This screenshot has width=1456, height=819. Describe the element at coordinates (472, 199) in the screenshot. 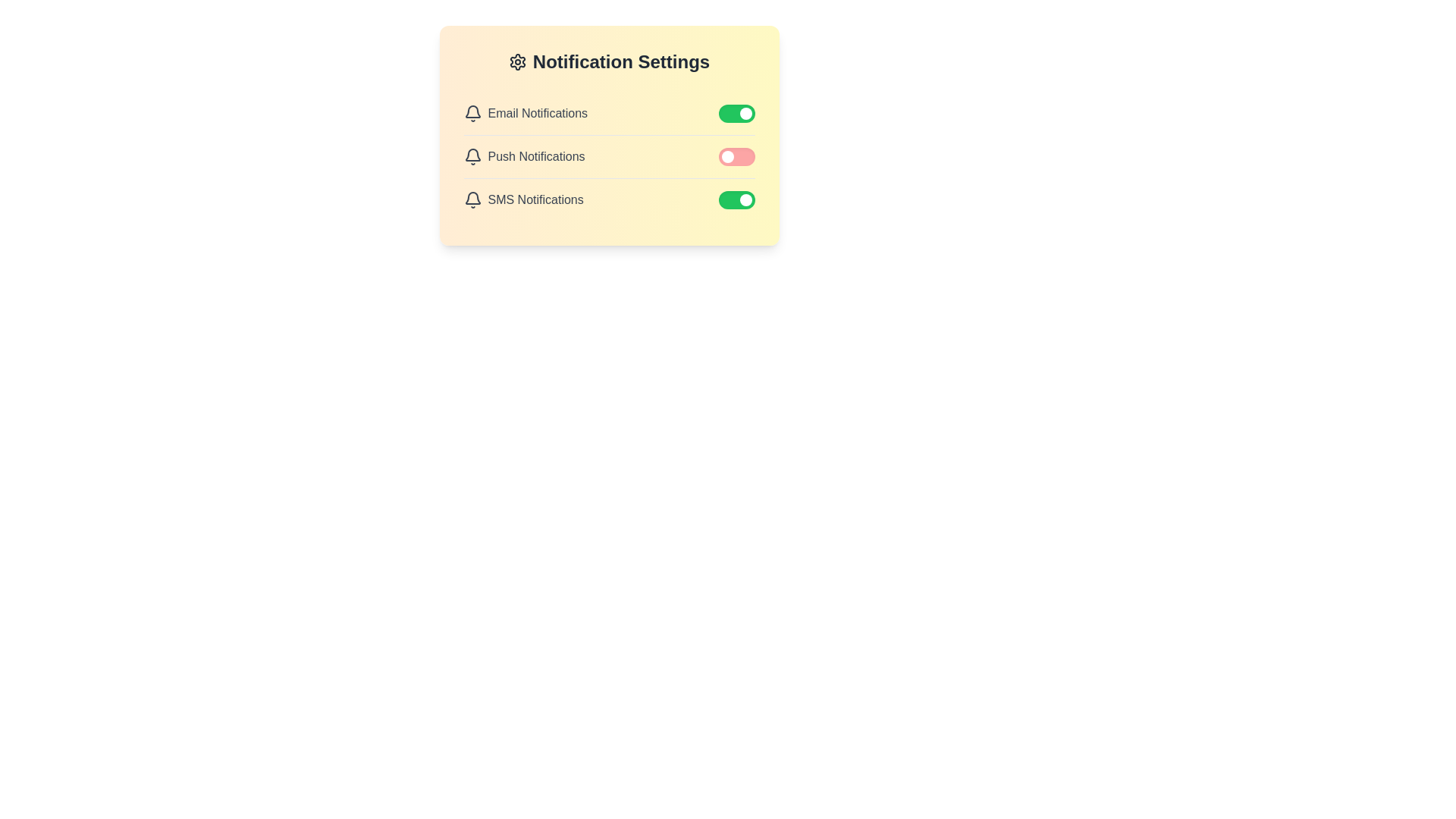

I see `the notification icon for SMS Notifications` at that location.